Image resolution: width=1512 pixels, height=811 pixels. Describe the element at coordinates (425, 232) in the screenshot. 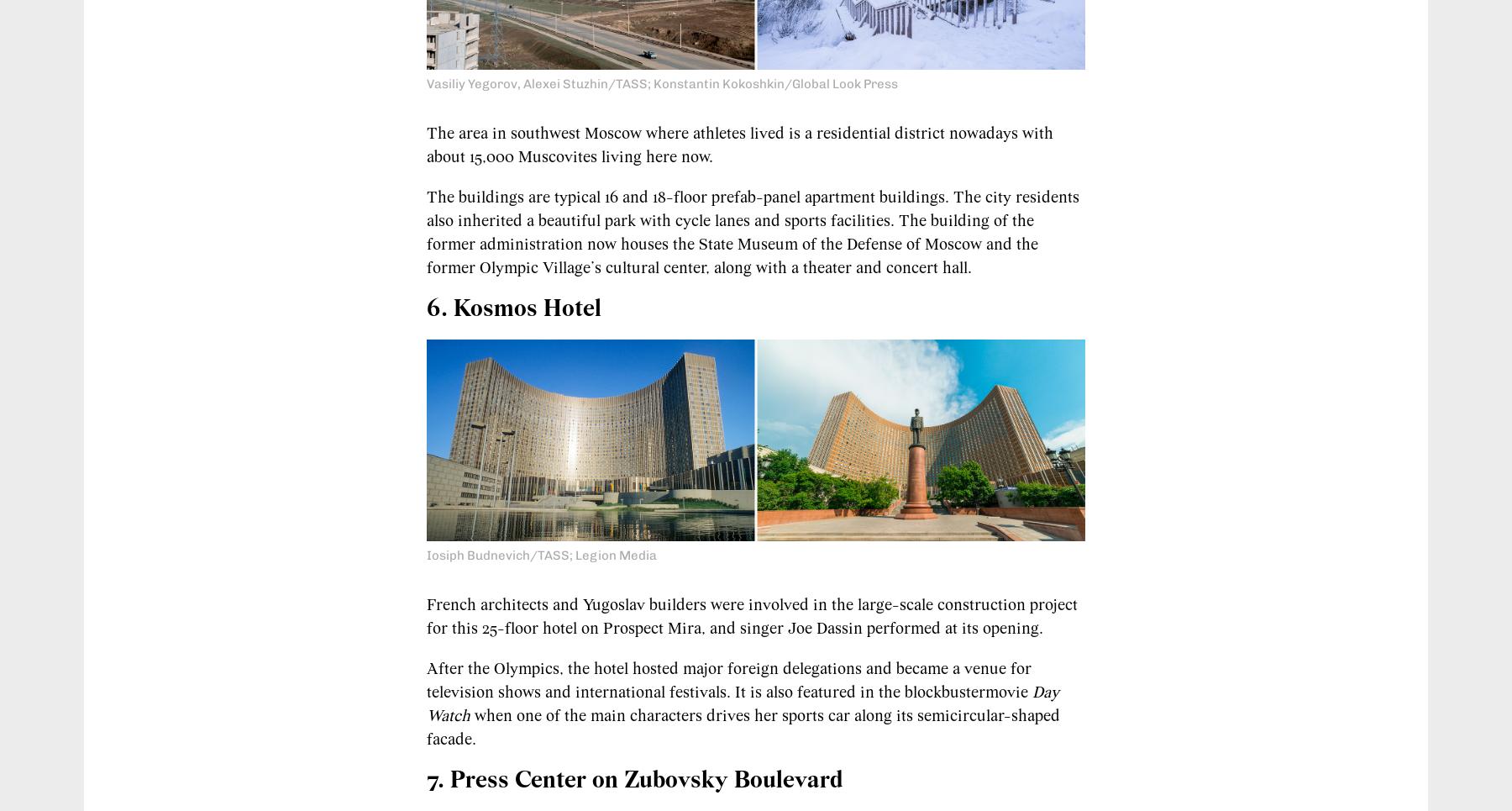

I see `'The buildings are typical 16 and 18-floor prefab-panel apartment buildings. The city residents also inherited a beautiful park with cycle lanes and sports facilities. The building of the former administration now houses the State Museum of the Defense of Moscow and the former Olympic Village’s cultural center, along with a theater and concert hall.'` at that location.